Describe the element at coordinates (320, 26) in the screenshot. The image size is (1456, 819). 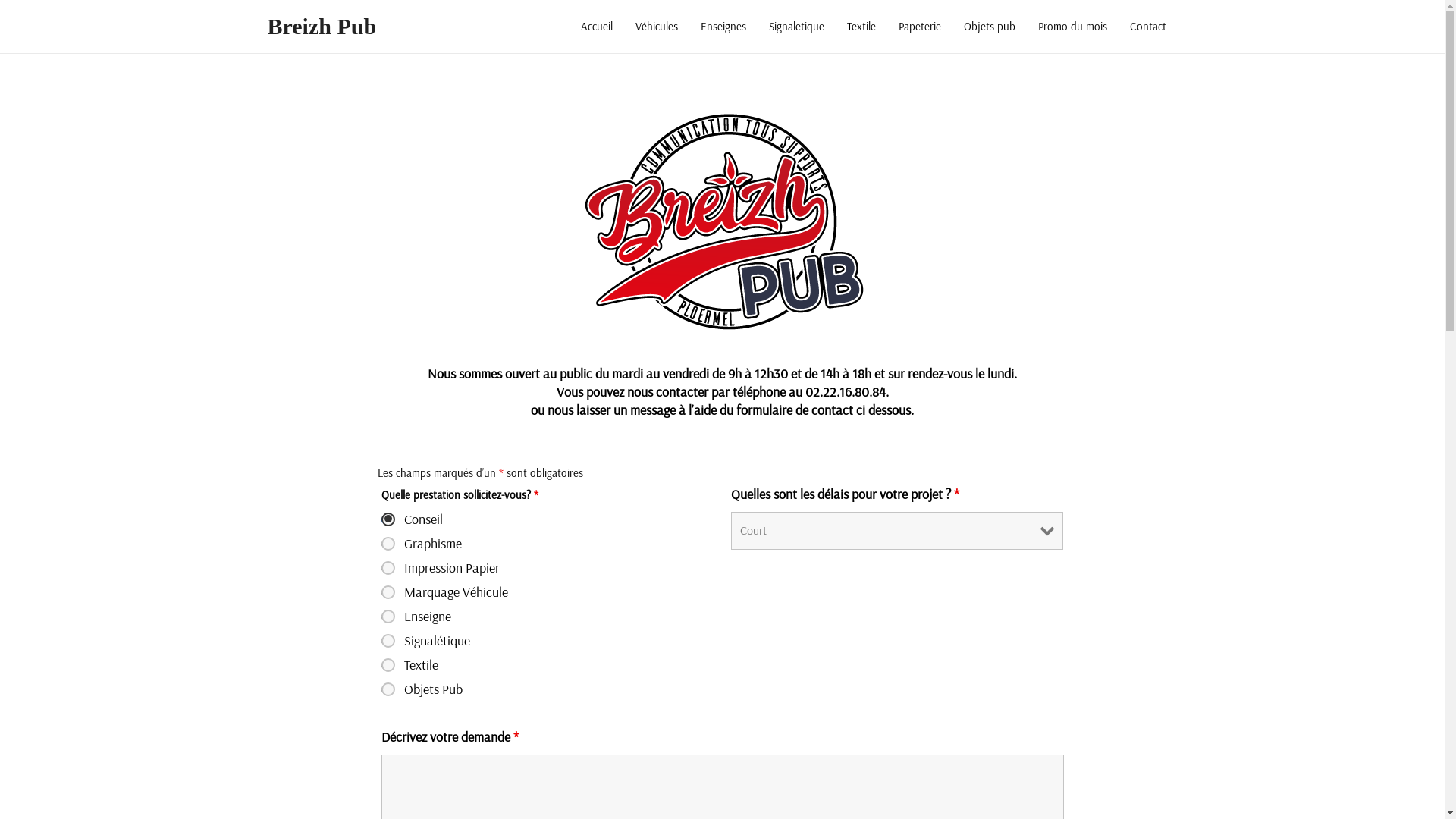
I see `'Breizh Pub'` at that location.